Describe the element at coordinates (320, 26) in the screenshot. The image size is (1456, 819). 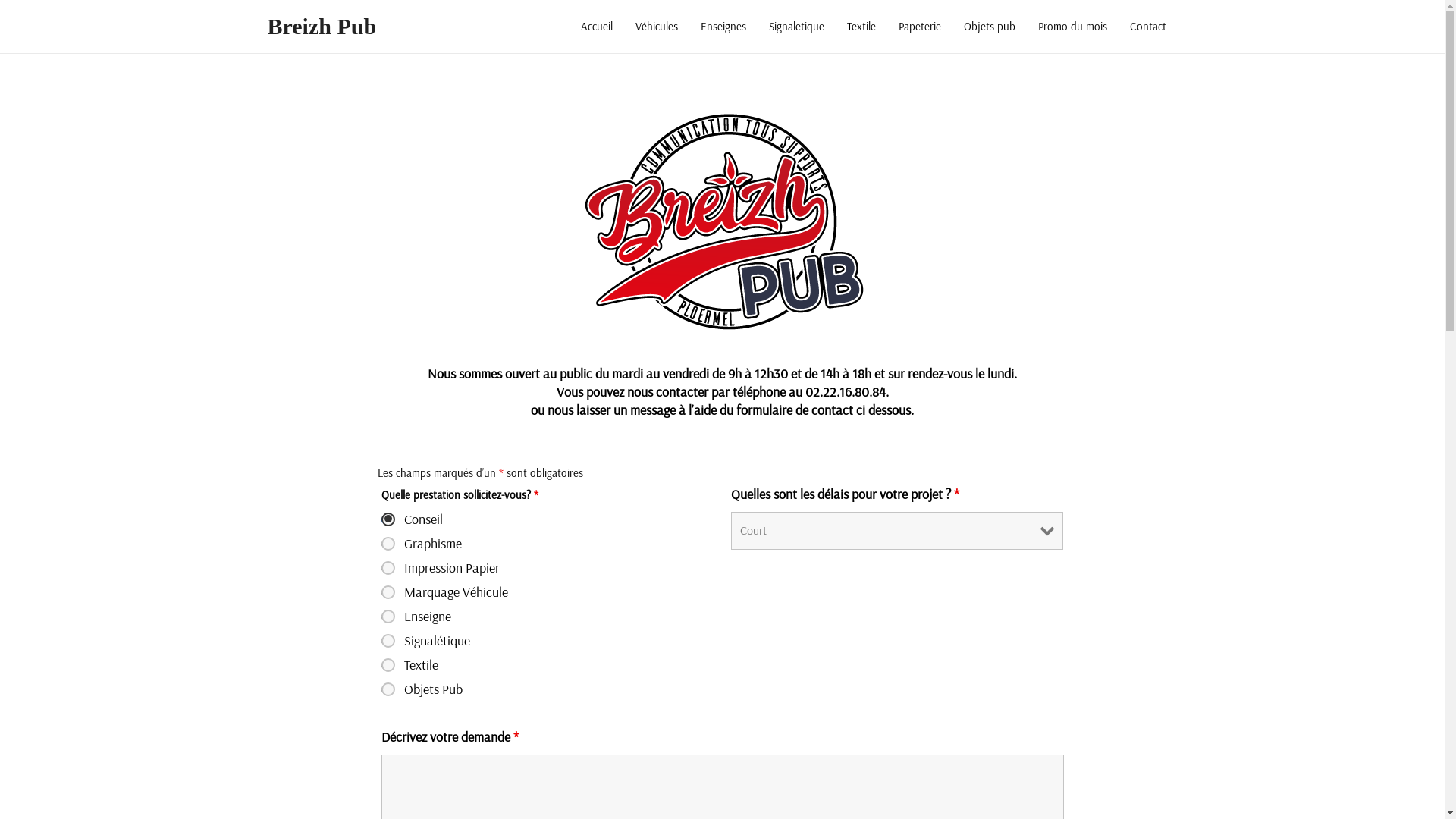
I see `'Breizh Pub'` at that location.